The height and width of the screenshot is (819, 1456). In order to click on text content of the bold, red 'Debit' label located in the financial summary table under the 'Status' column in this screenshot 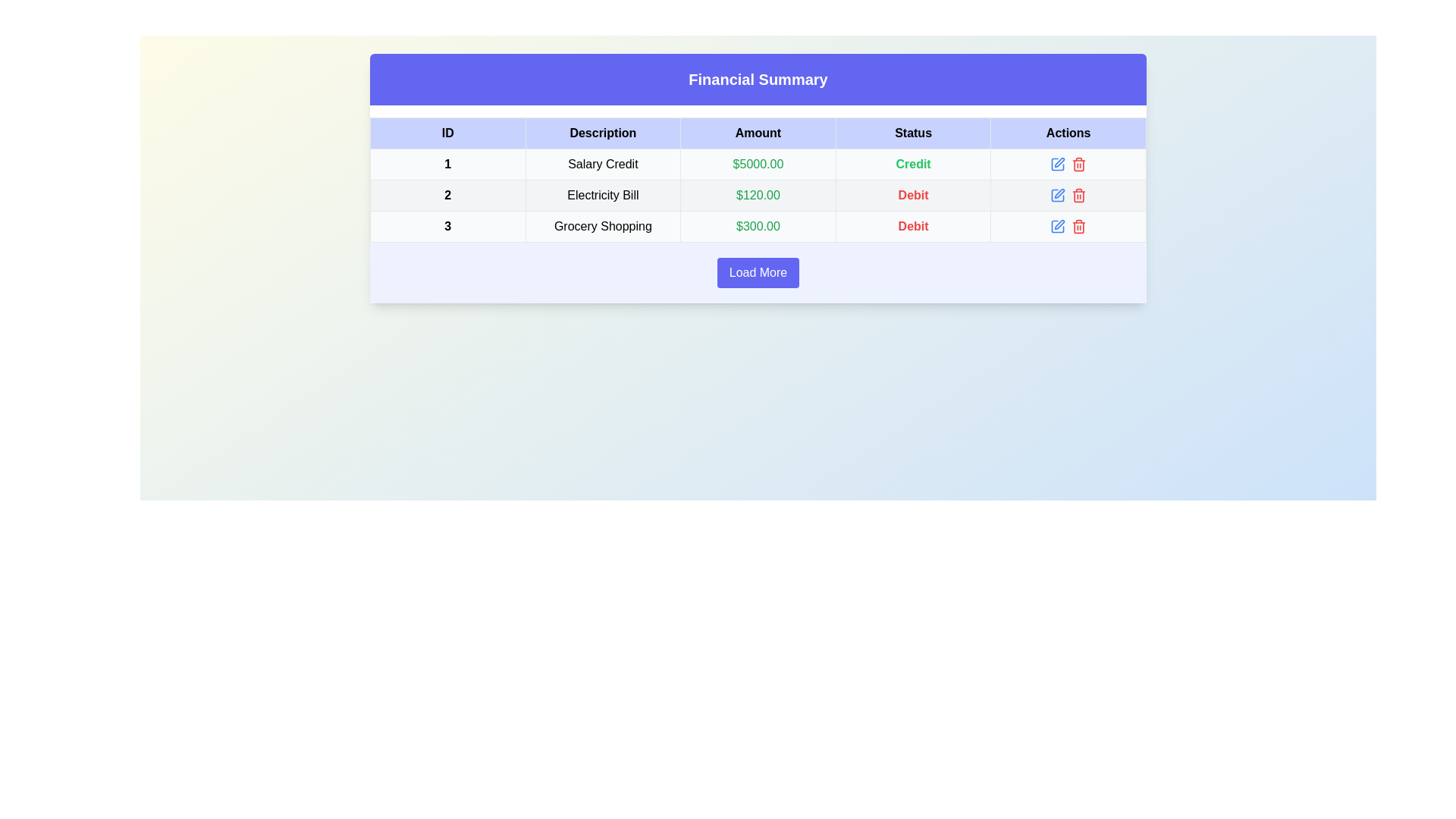, I will do `click(912, 227)`.